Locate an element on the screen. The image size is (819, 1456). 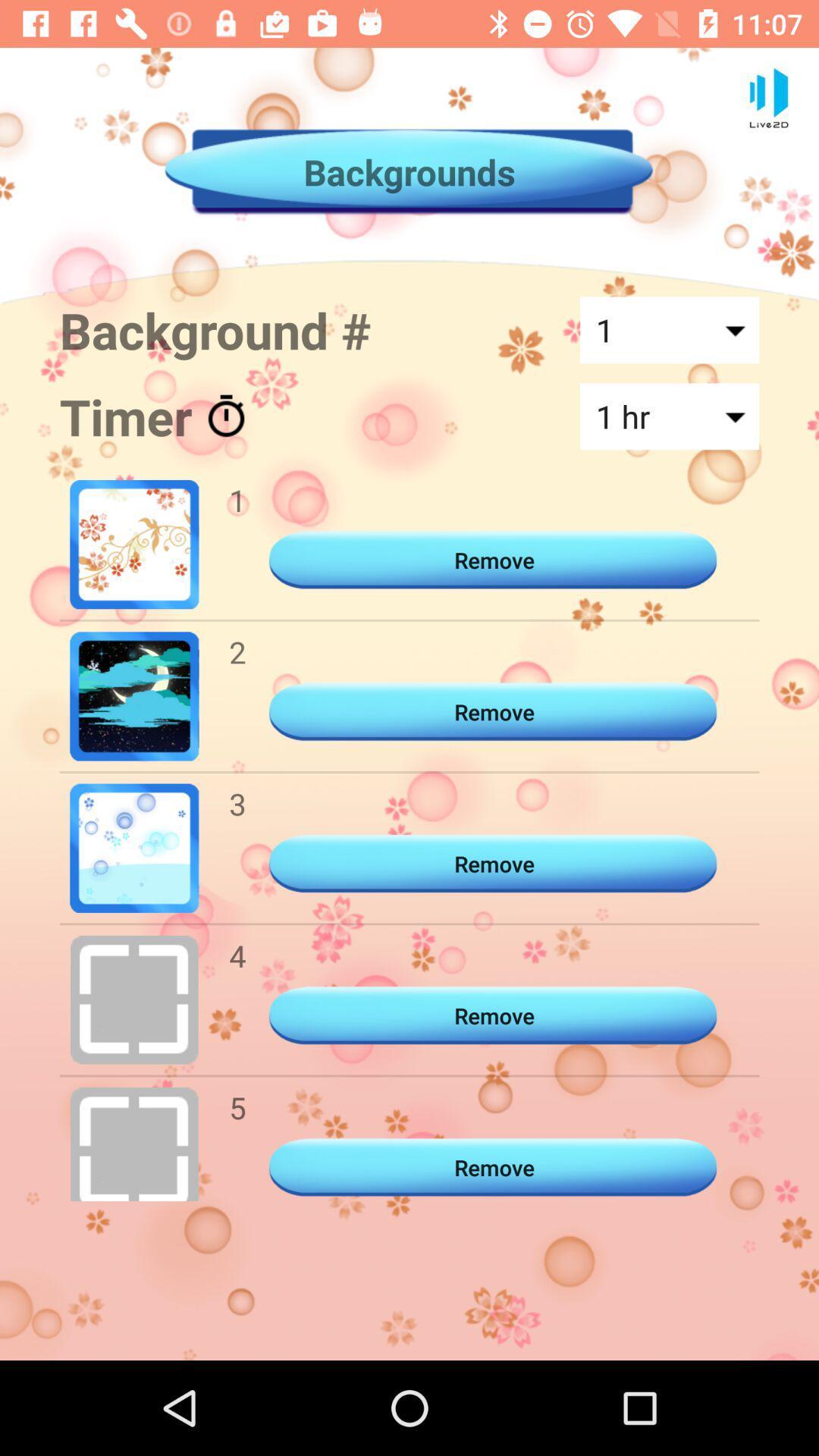
the icon to the left of remove is located at coordinates (237, 1107).